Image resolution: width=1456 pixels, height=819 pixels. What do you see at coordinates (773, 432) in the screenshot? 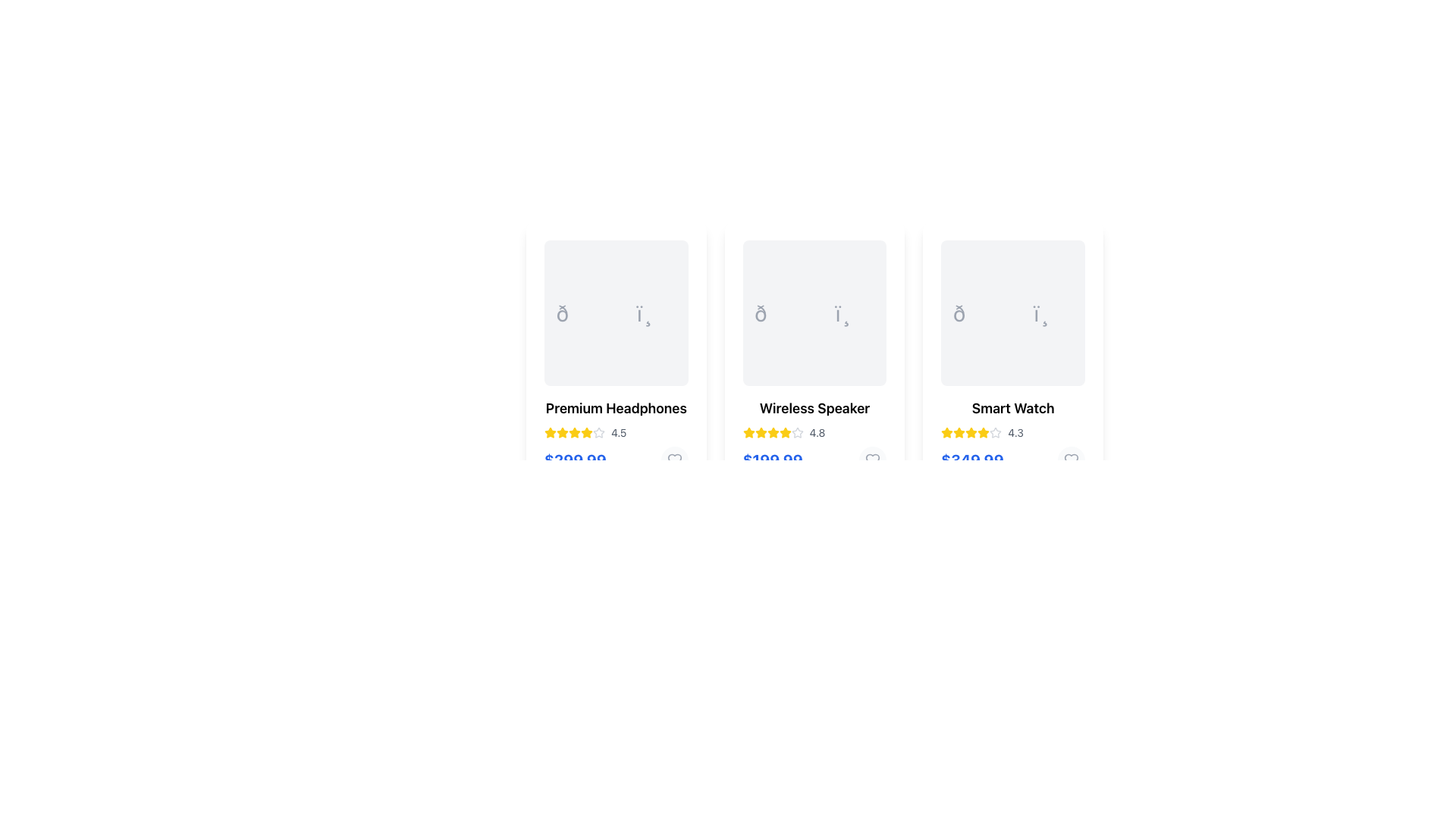
I see `the visual state of the small yellow star icon located in the rating section of the second product card in the grid layout, positioned under the product's name and above the price` at bounding box center [773, 432].